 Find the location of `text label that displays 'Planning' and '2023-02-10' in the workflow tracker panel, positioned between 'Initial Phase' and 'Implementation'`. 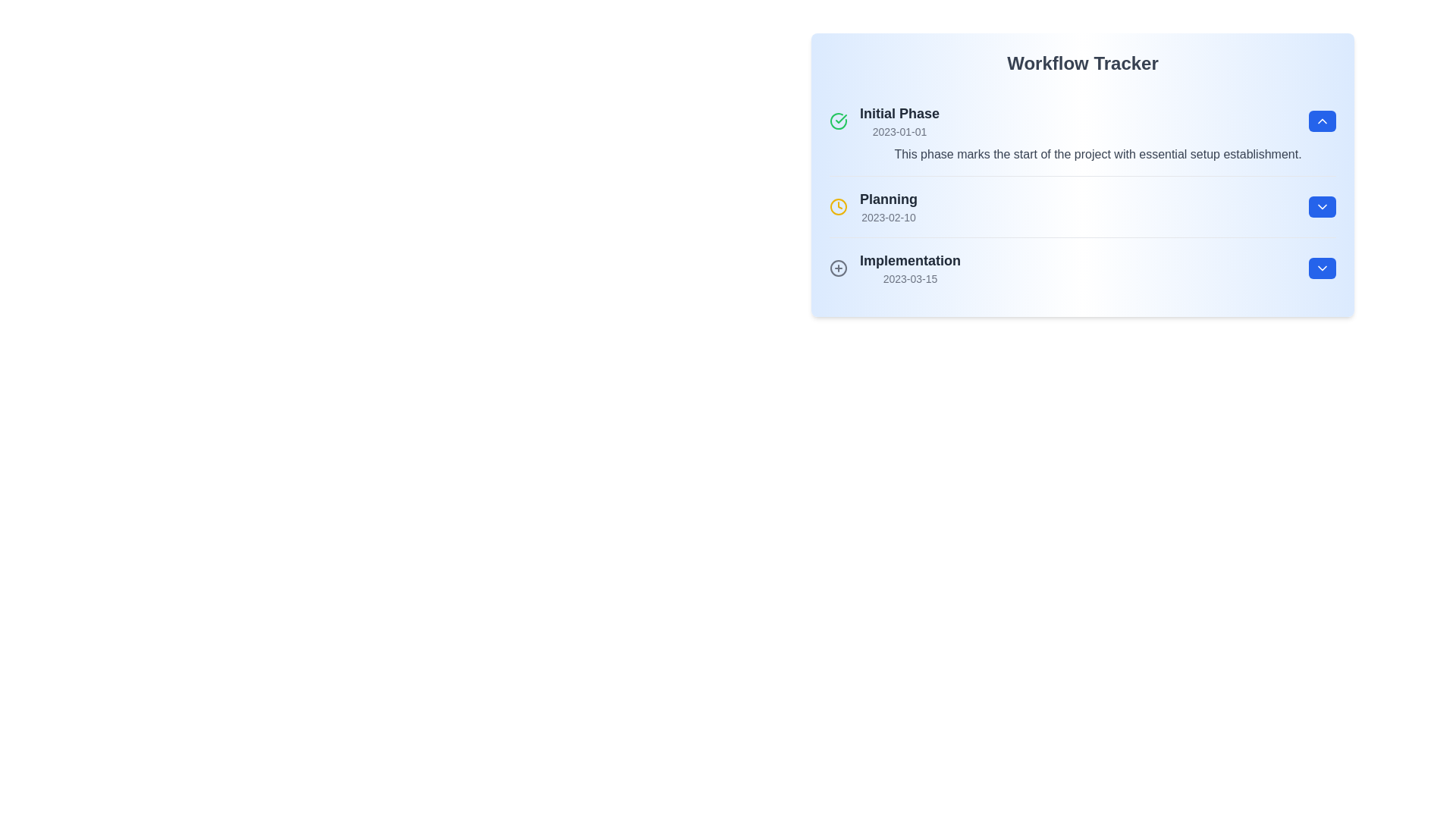

text label that displays 'Planning' and '2023-02-10' in the workflow tracker panel, positioned between 'Initial Phase' and 'Implementation' is located at coordinates (888, 207).